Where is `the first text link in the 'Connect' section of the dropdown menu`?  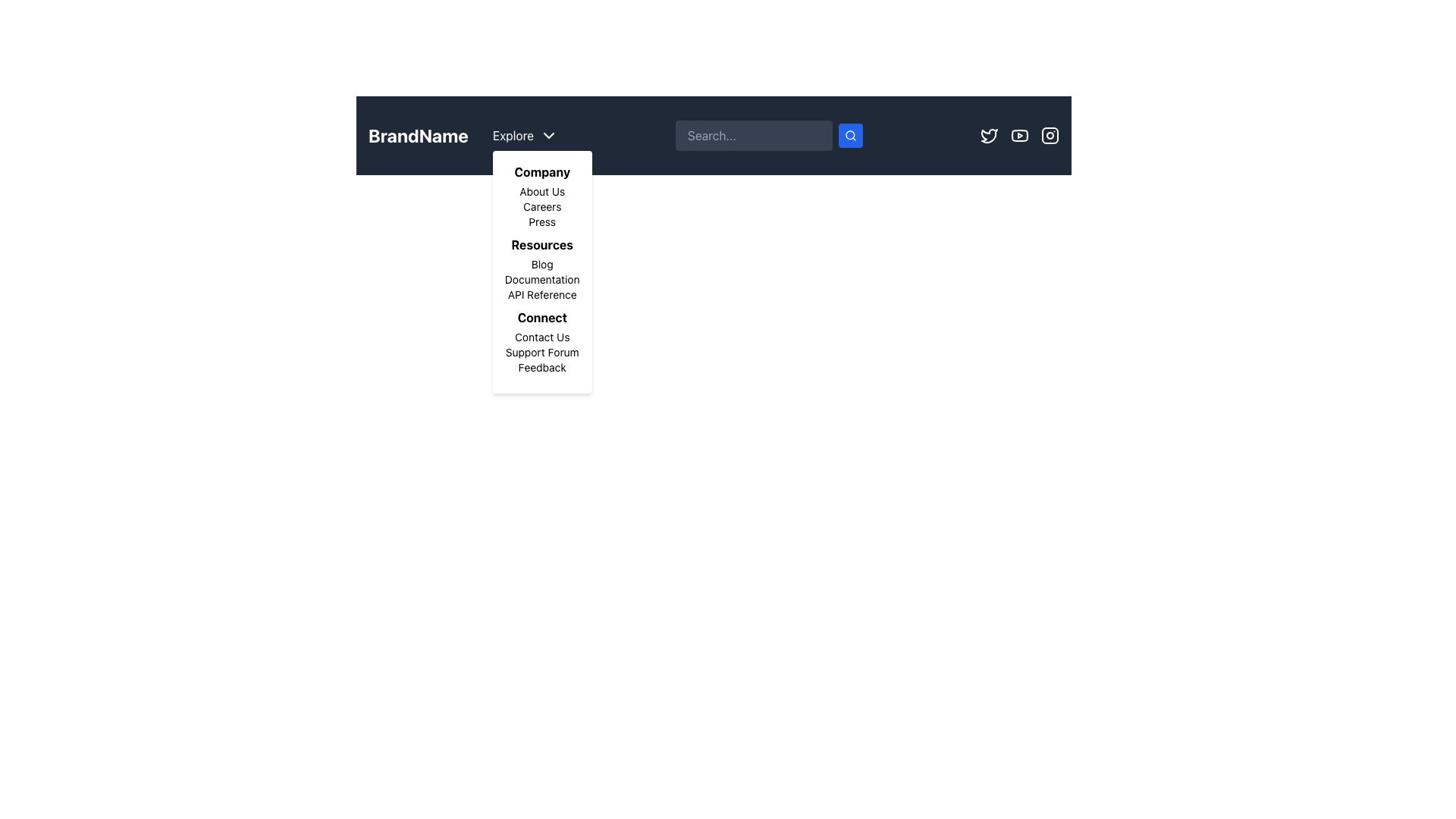 the first text link in the 'Connect' section of the dropdown menu is located at coordinates (542, 336).